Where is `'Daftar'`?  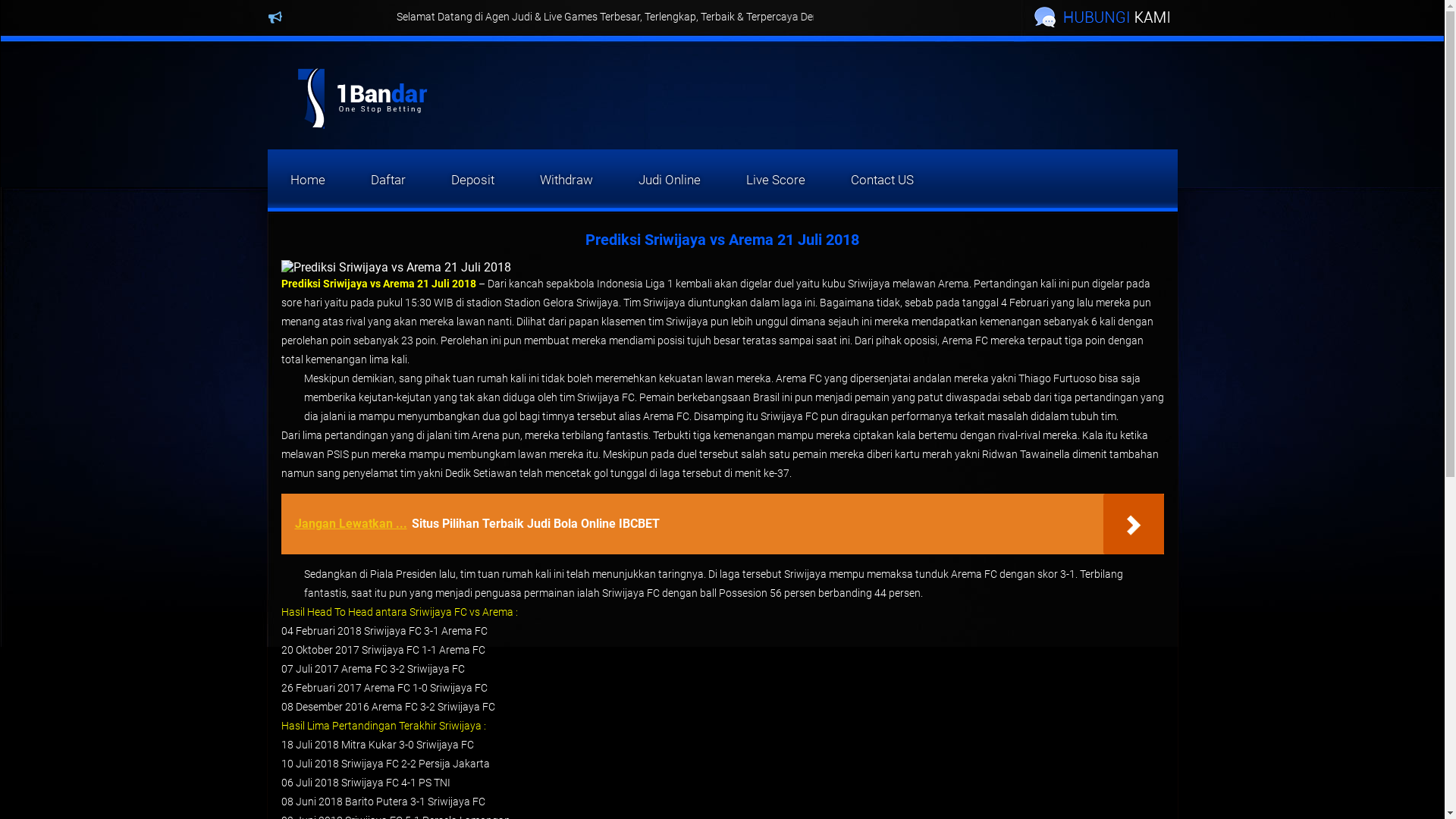 'Daftar' is located at coordinates (387, 178).